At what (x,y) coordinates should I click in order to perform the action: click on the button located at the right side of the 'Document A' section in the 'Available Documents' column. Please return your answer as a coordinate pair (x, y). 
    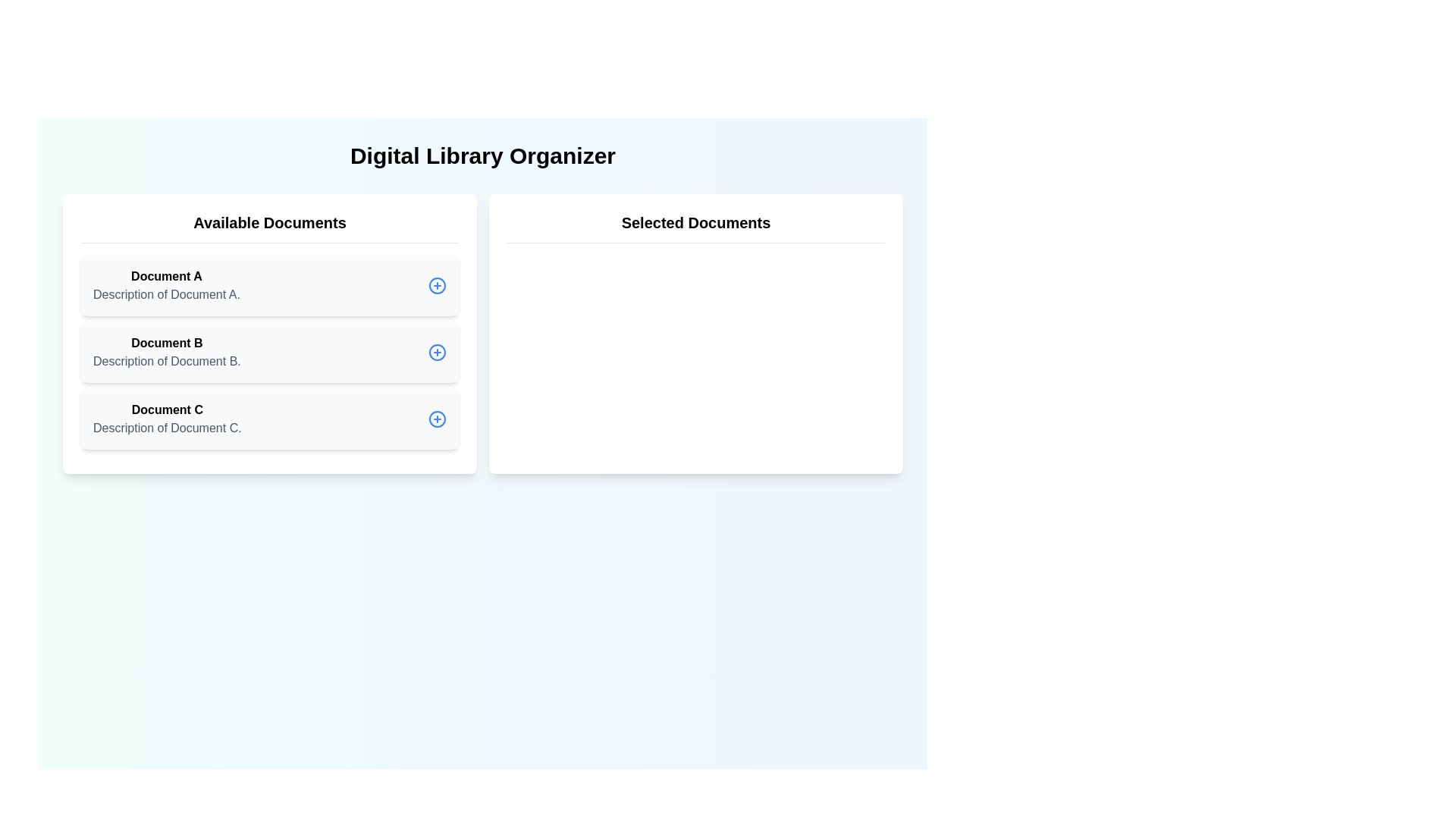
    Looking at the image, I should click on (436, 286).